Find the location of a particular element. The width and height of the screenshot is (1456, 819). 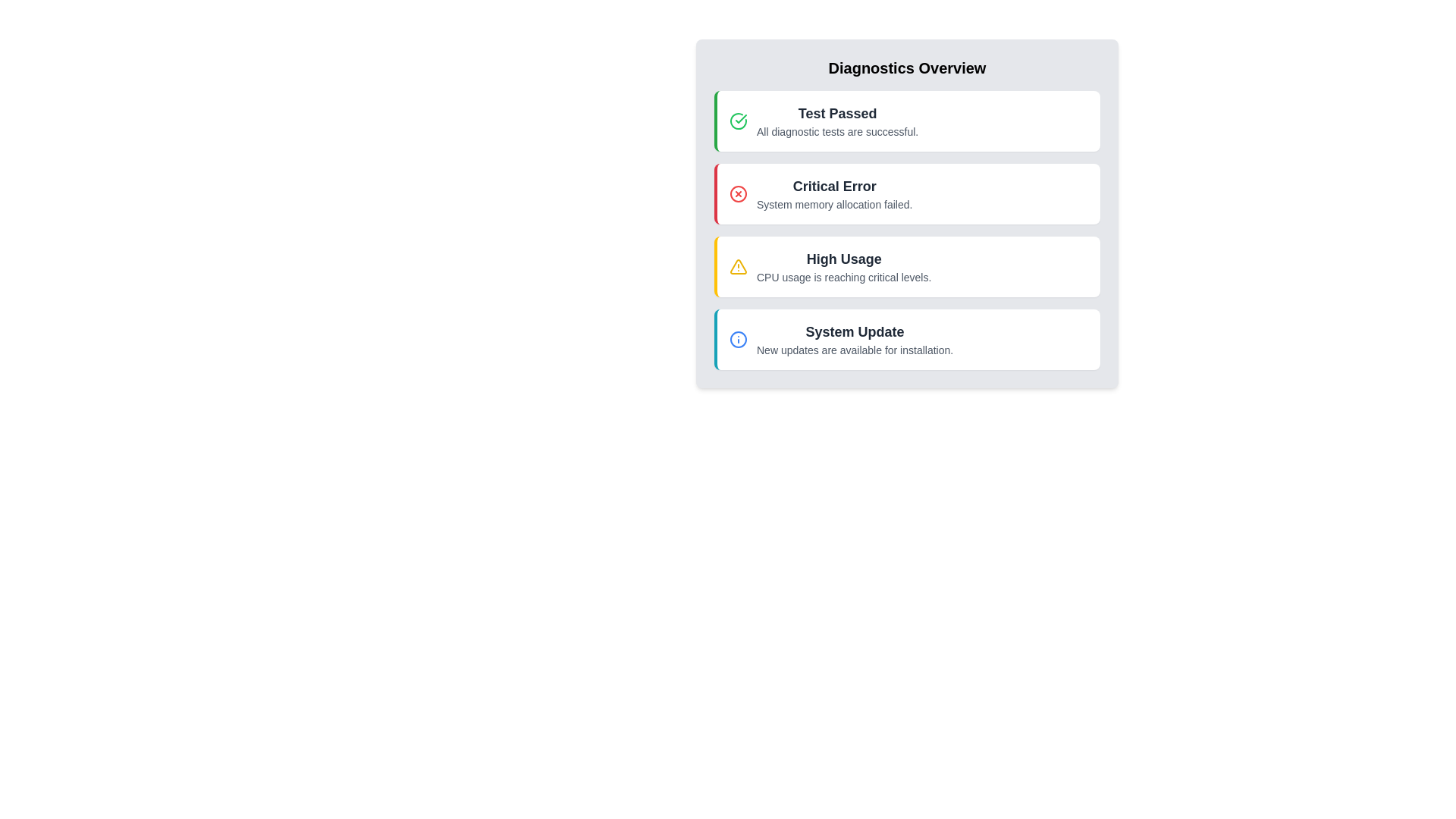

the yellow equilateral triangle warning icon next to the 'High Usage' label in the diagnostics overview panel is located at coordinates (739, 265).